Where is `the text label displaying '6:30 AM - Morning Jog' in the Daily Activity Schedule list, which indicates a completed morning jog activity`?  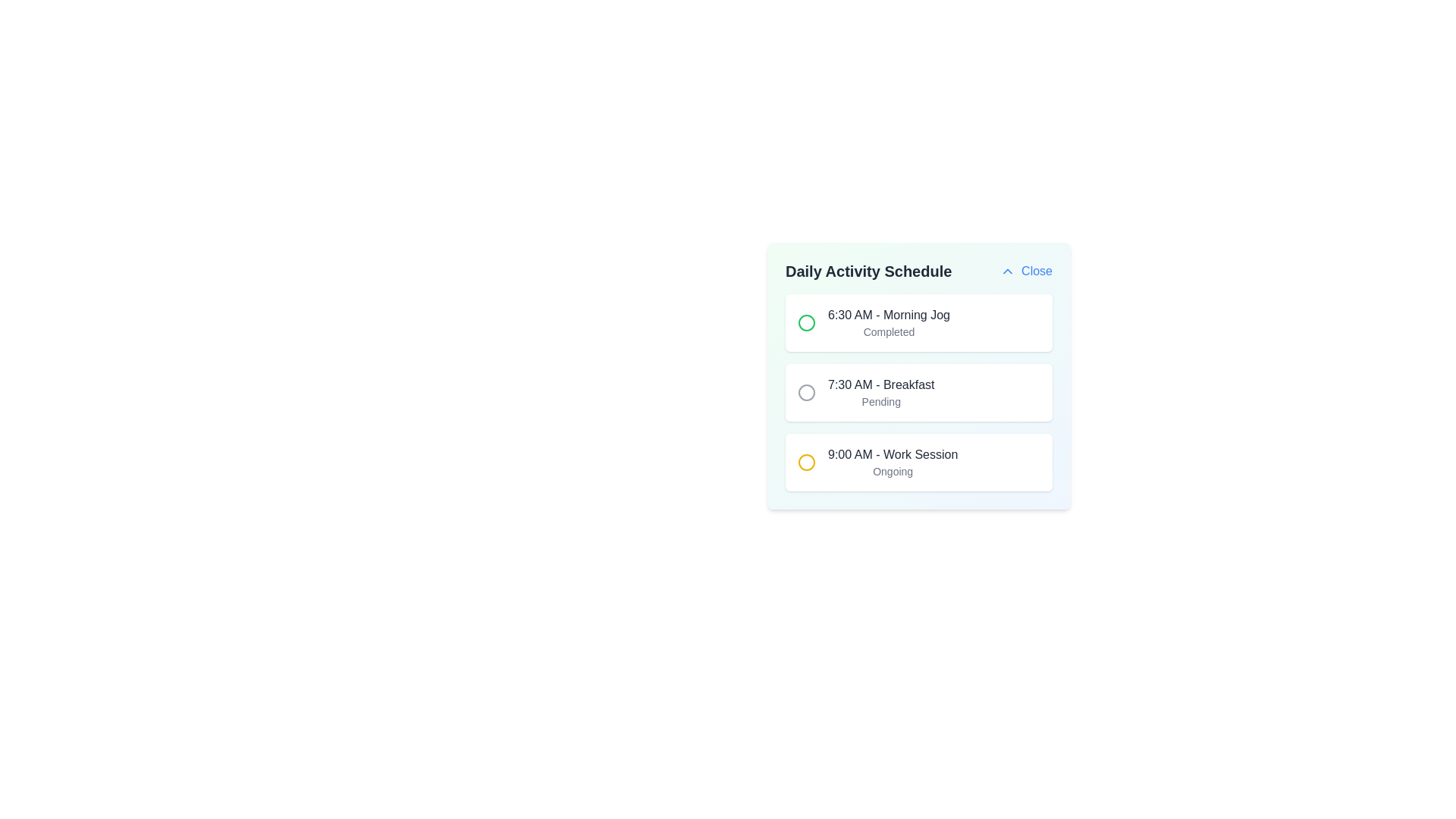 the text label displaying '6:30 AM - Morning Jog' in the Daily Activity Schedule list, which indicates a completed morning jog activity is located at coordinates (889, 322).